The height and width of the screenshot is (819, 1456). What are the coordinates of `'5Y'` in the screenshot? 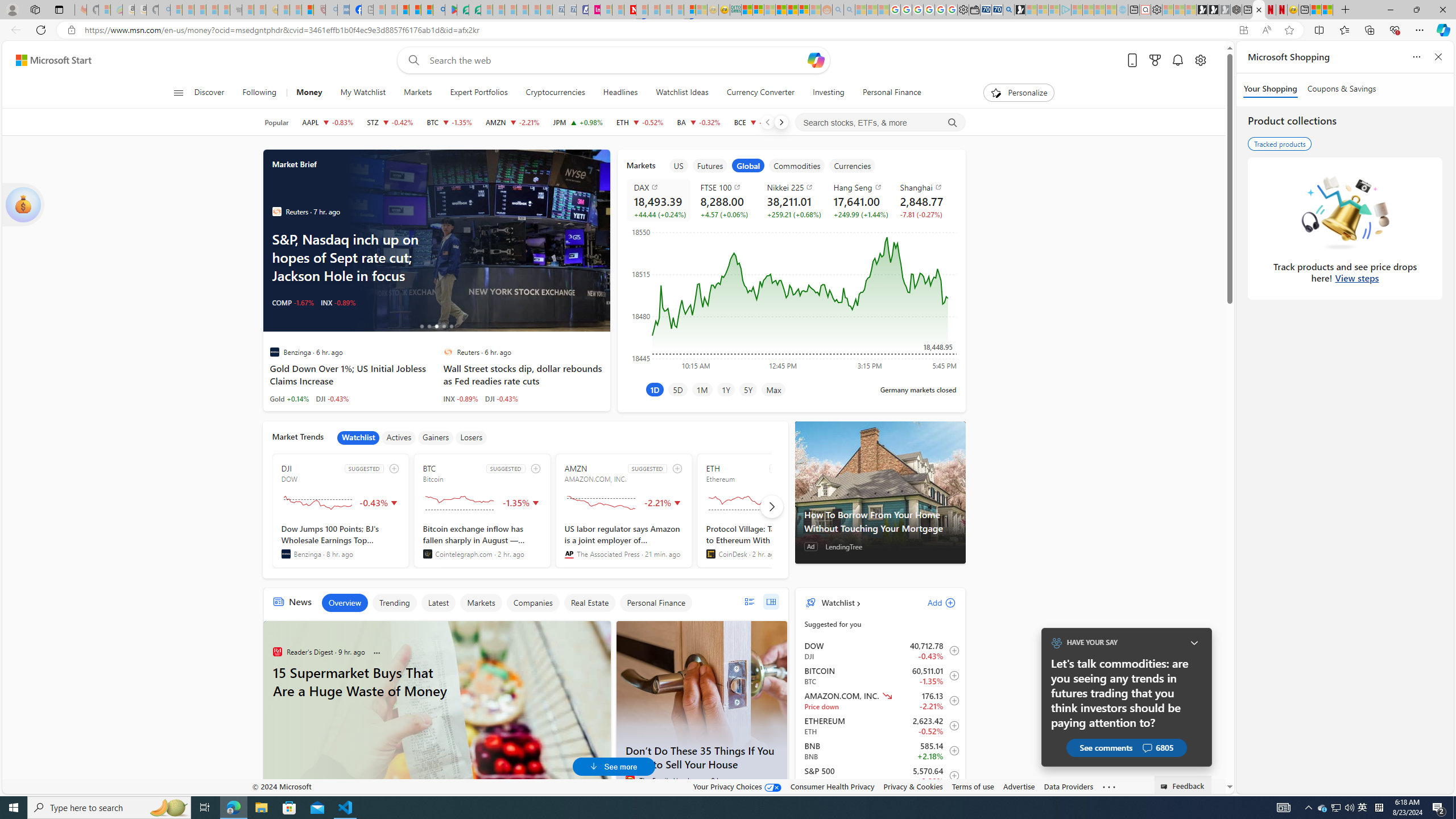 It's located at (747, 388).